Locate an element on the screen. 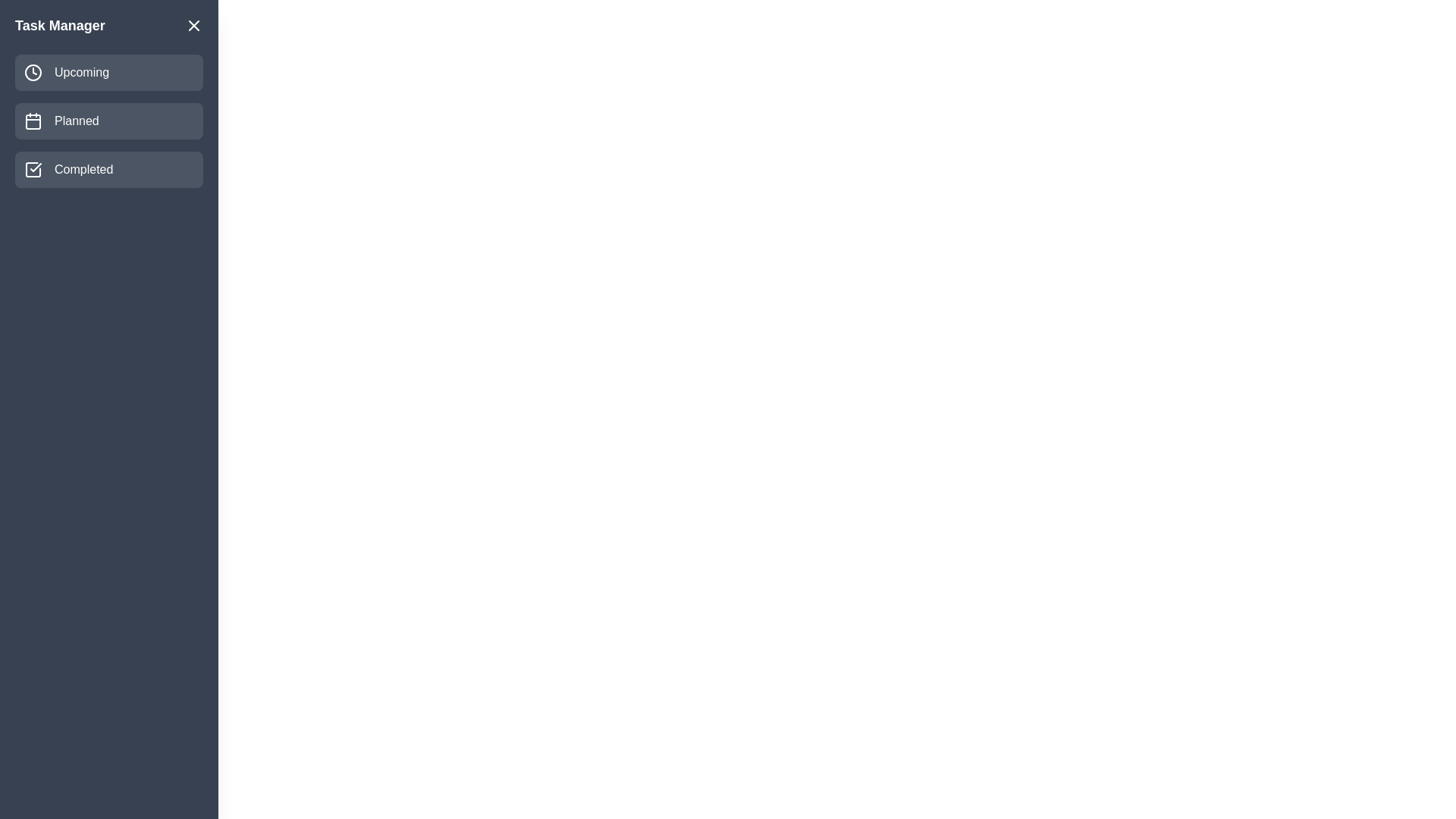  the task category Completed to view its tasks is located at coordinates (108, 169).